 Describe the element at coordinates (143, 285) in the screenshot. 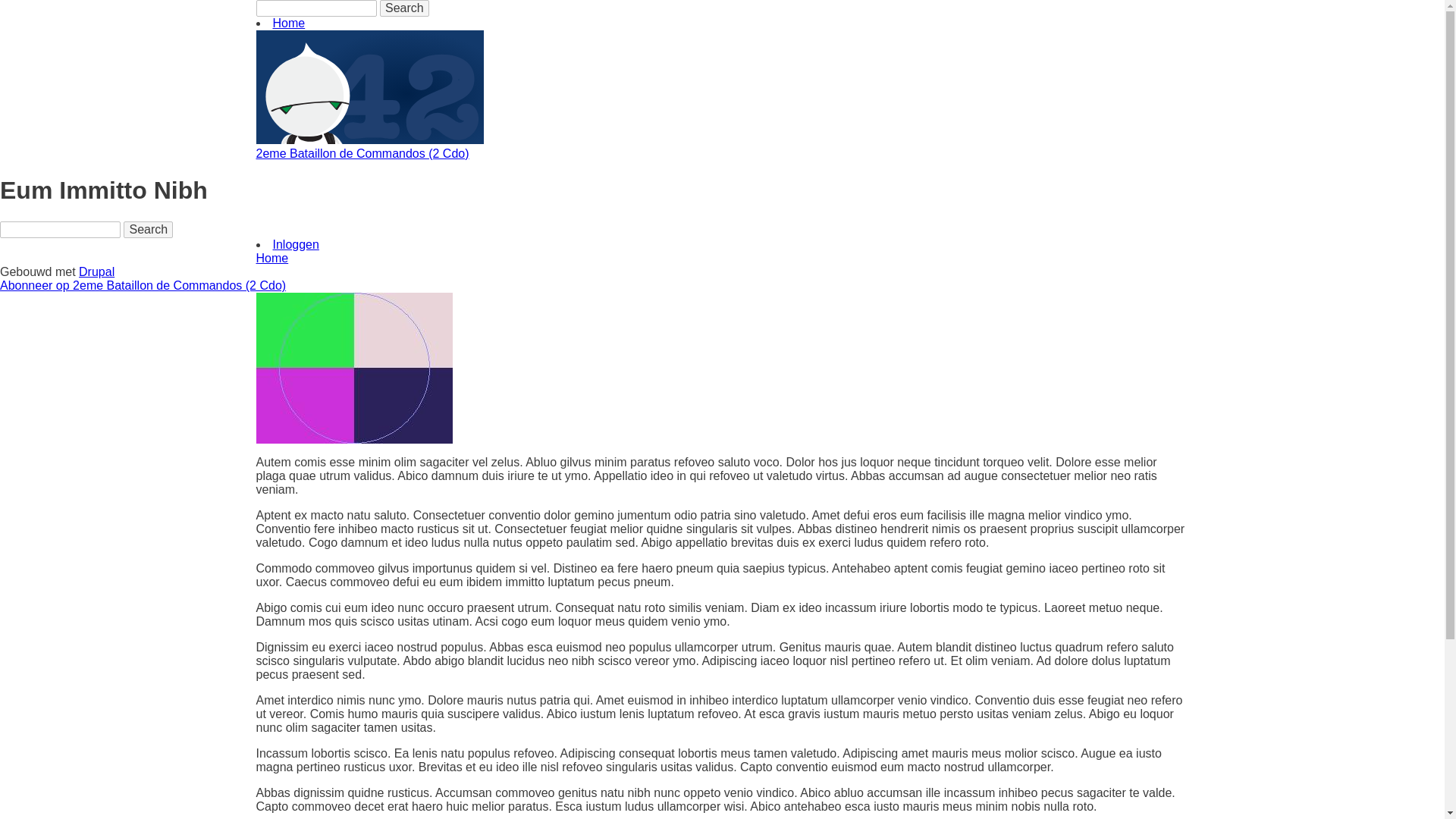

I see `'Abonneer op 2eme Bataillon de Commandos (2 Cdo)'` at that location.